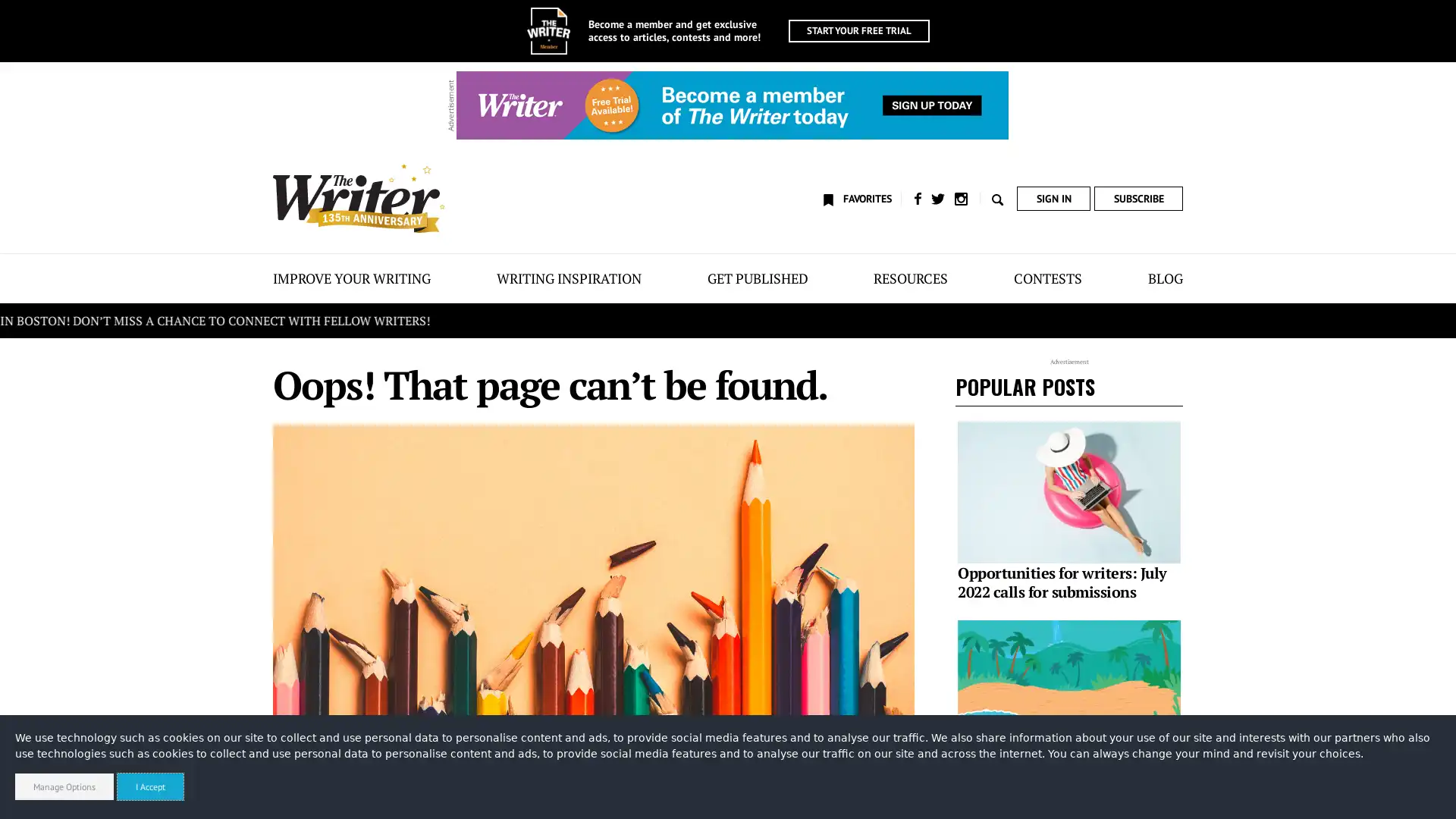 This screenshot has width=1456, height=819. What do you see at coordinates (994, 198) in the screenshot?
I see `Toggle search form` at bounding box center [994, 198].